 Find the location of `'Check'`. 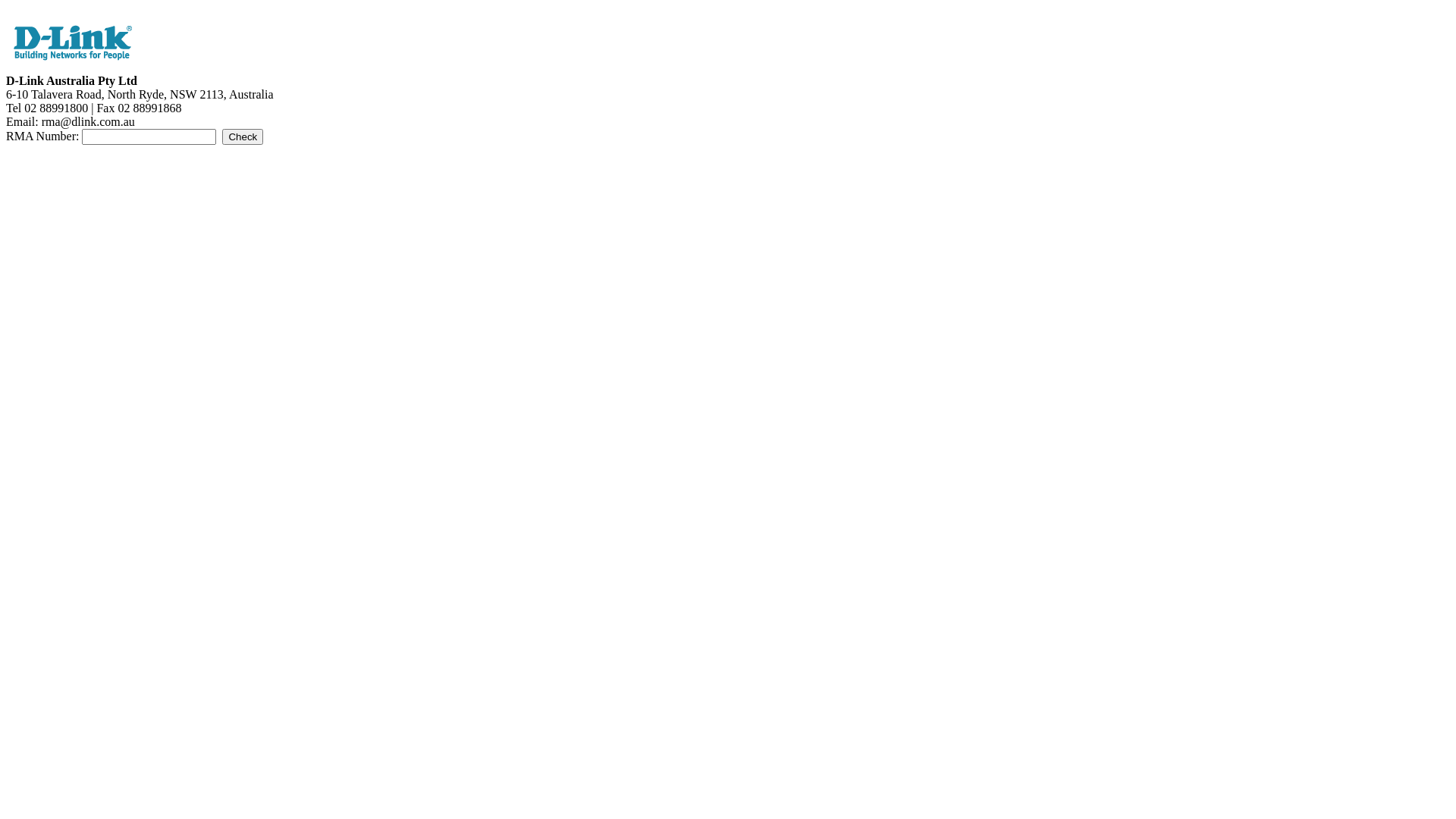

'Check' is located at coordinates (243, 136).